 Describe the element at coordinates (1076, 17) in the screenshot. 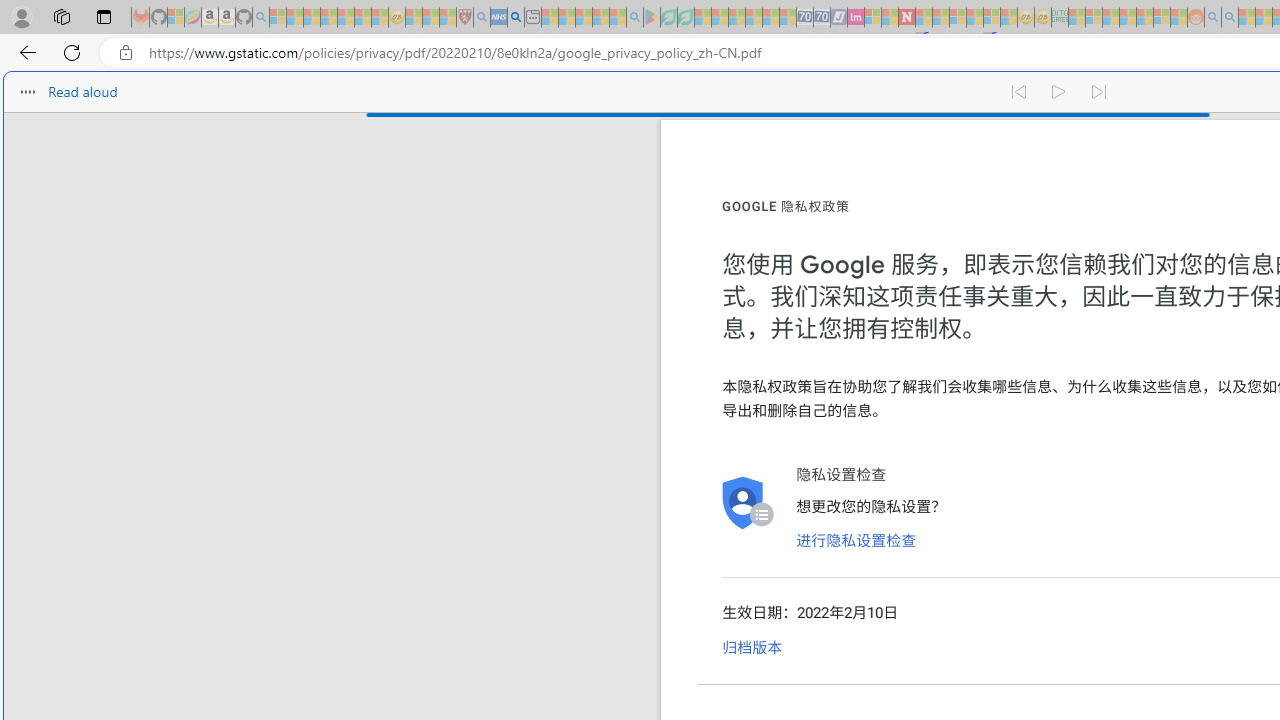

I see `'MSNBC - MSN - Sleeping'` at that location.